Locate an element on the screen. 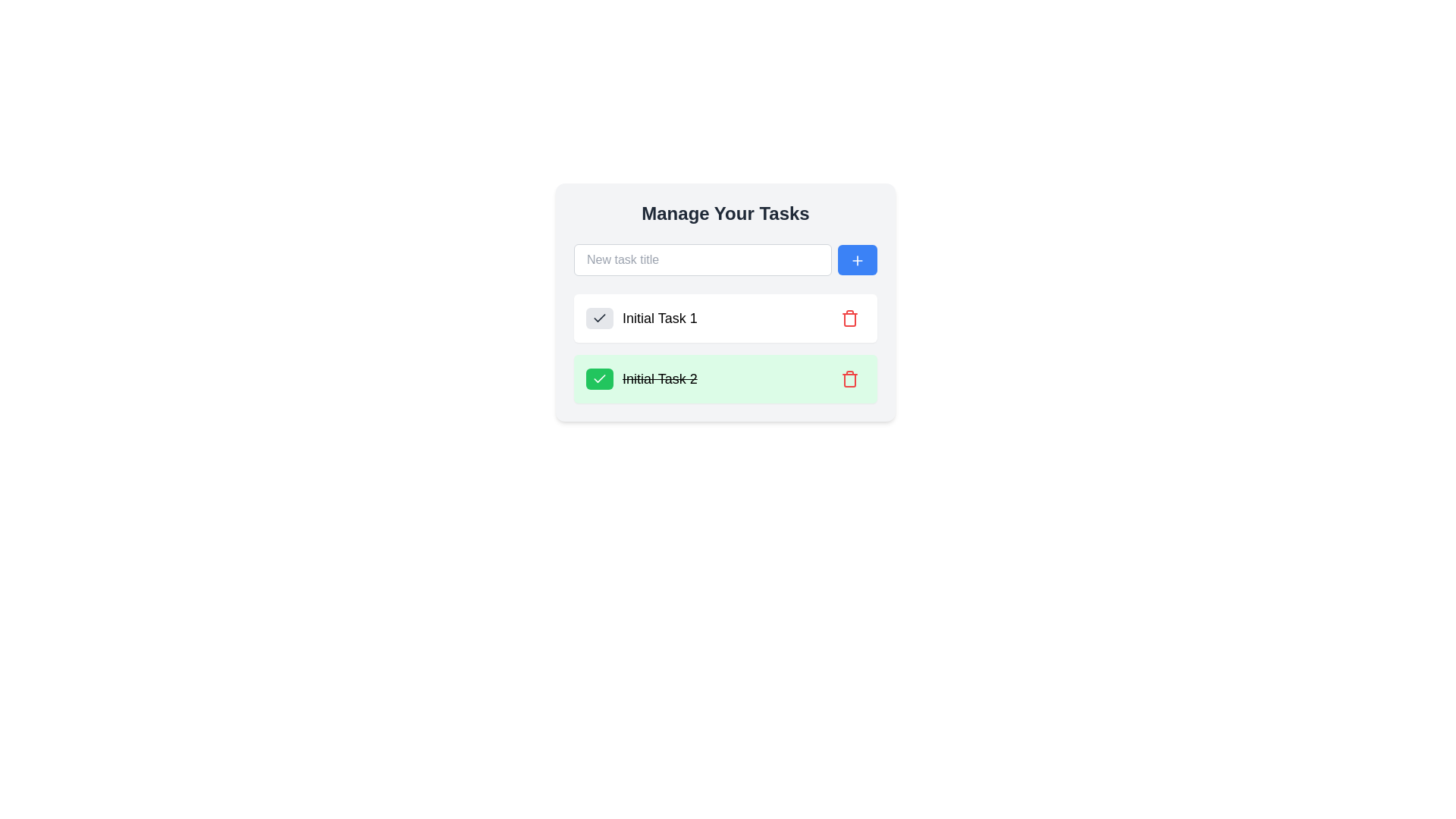 The image size is (1456, 819). the button located to the right of the 'New task title' input field is located at coordinates (858, 259).